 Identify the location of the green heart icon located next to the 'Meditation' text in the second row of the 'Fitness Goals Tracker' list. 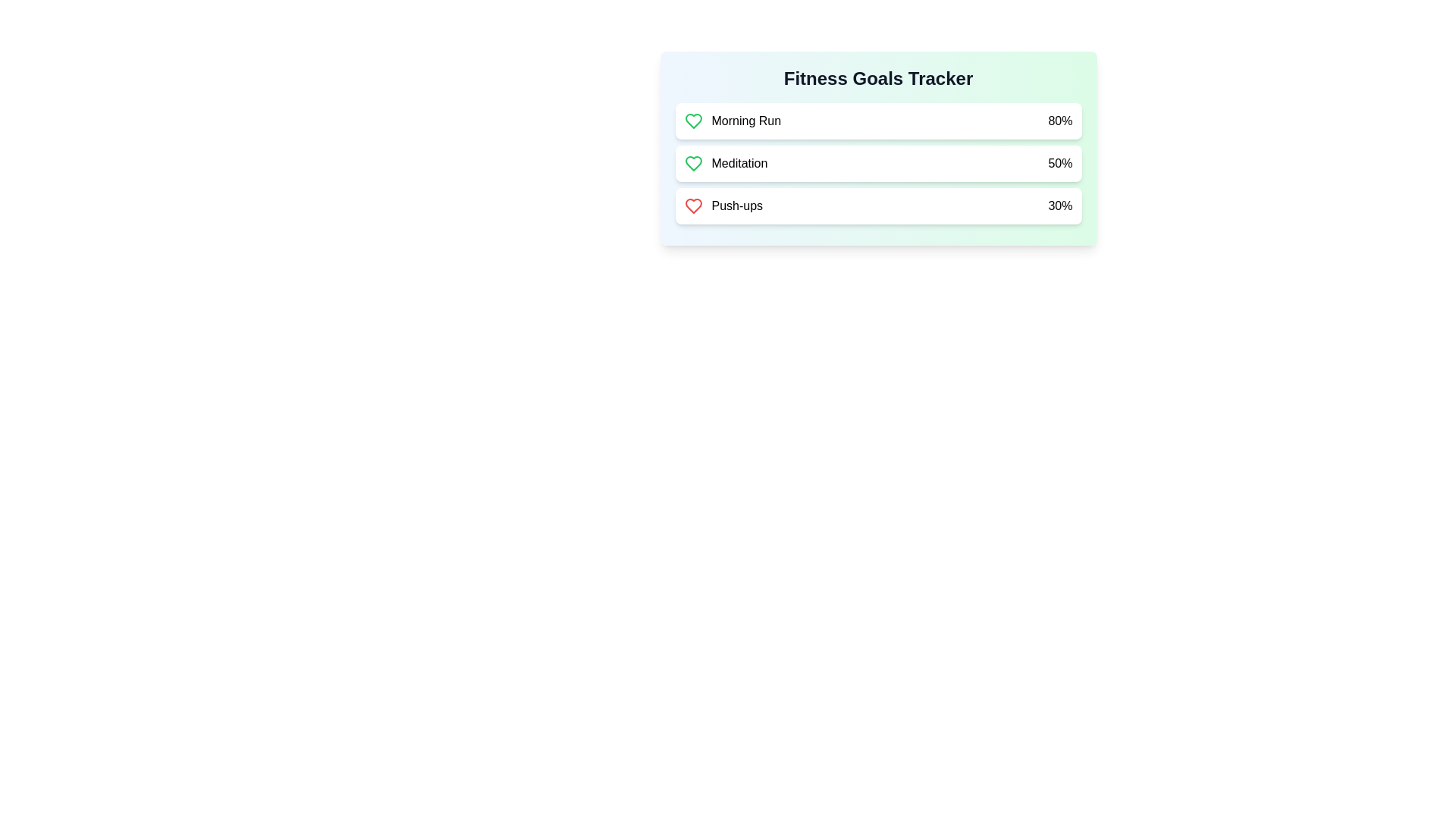
(692, 120).